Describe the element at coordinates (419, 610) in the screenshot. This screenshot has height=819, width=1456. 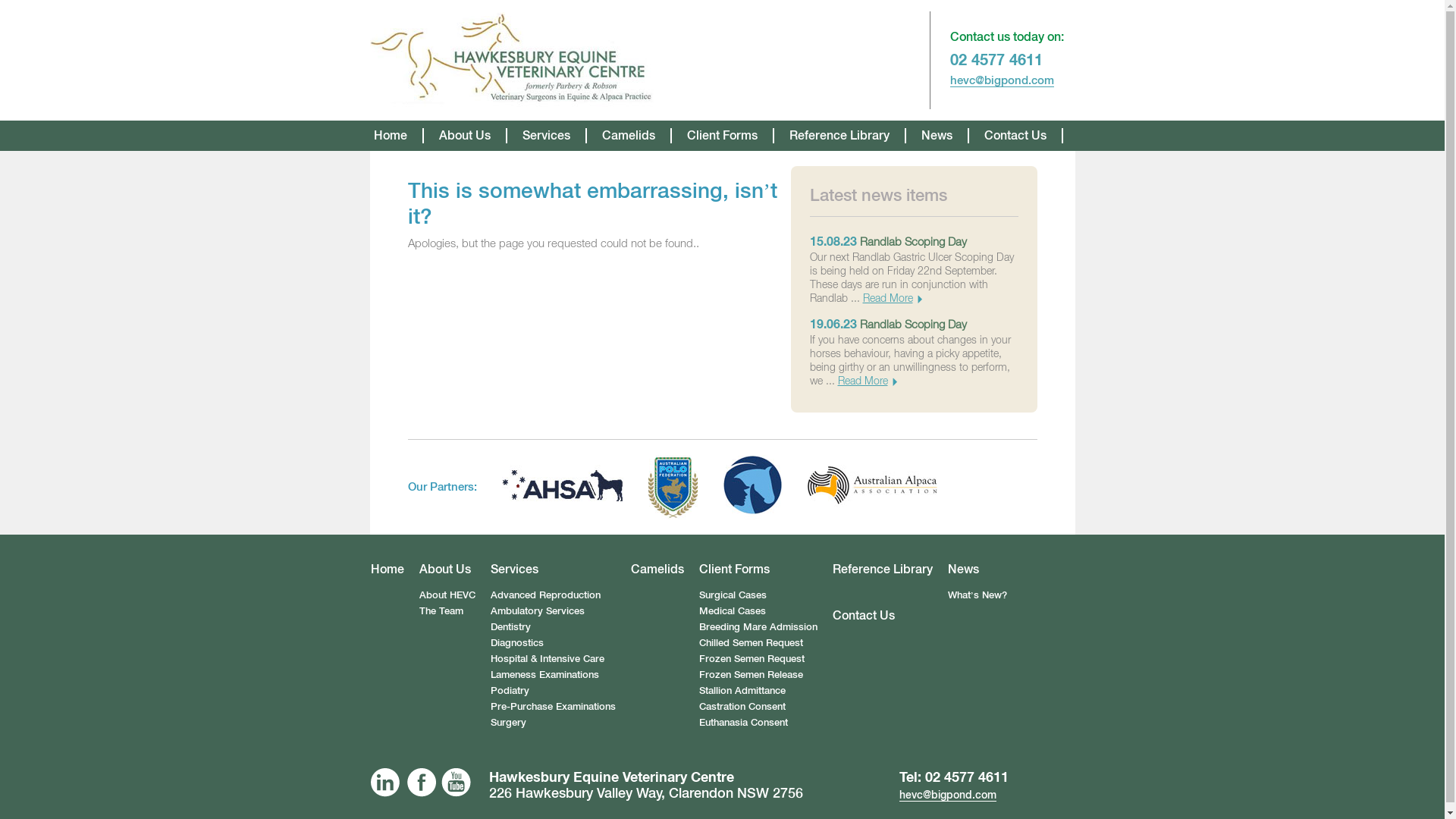
I see `'The Team'` at that location.